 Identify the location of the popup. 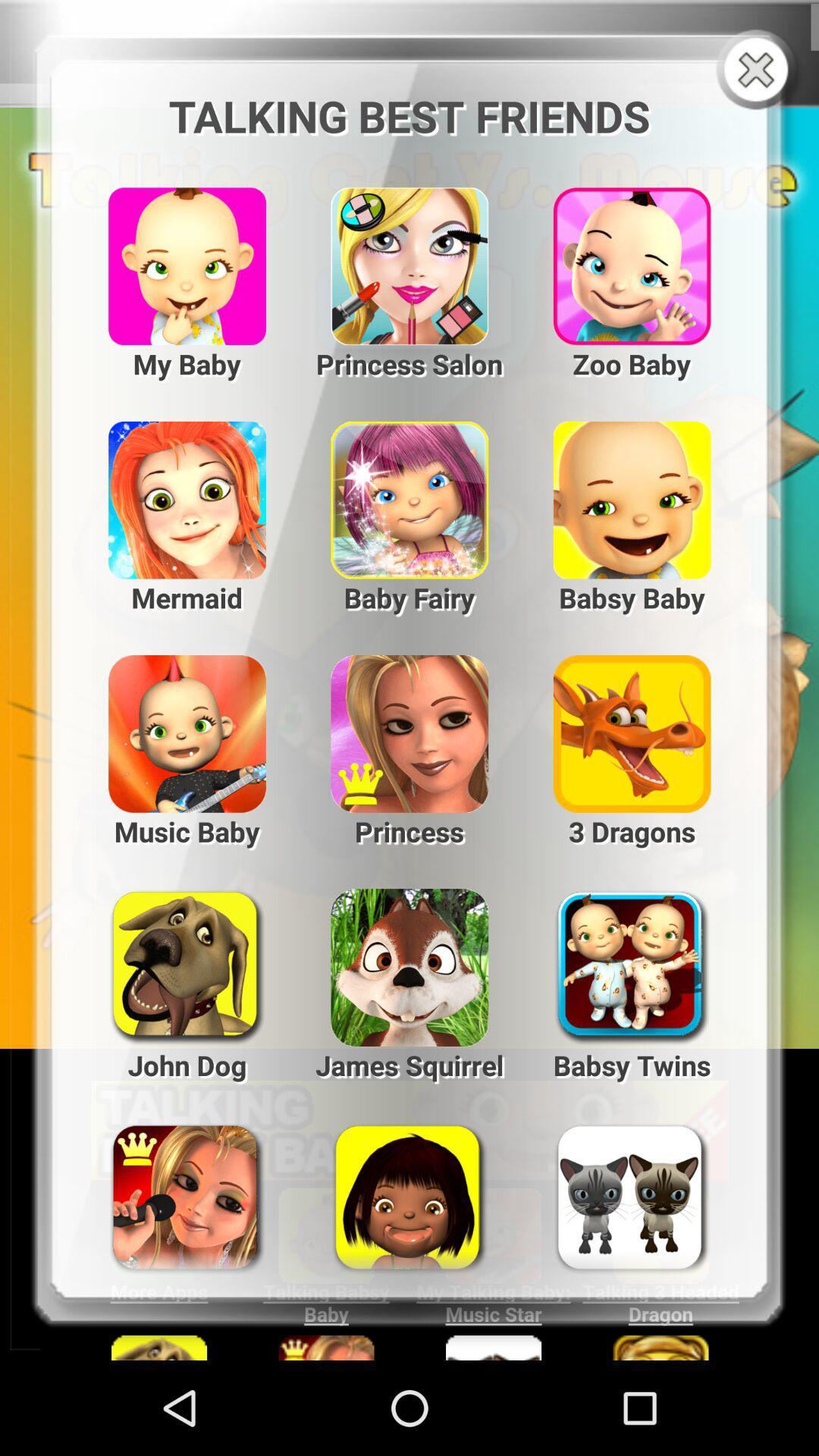
(759, 71).